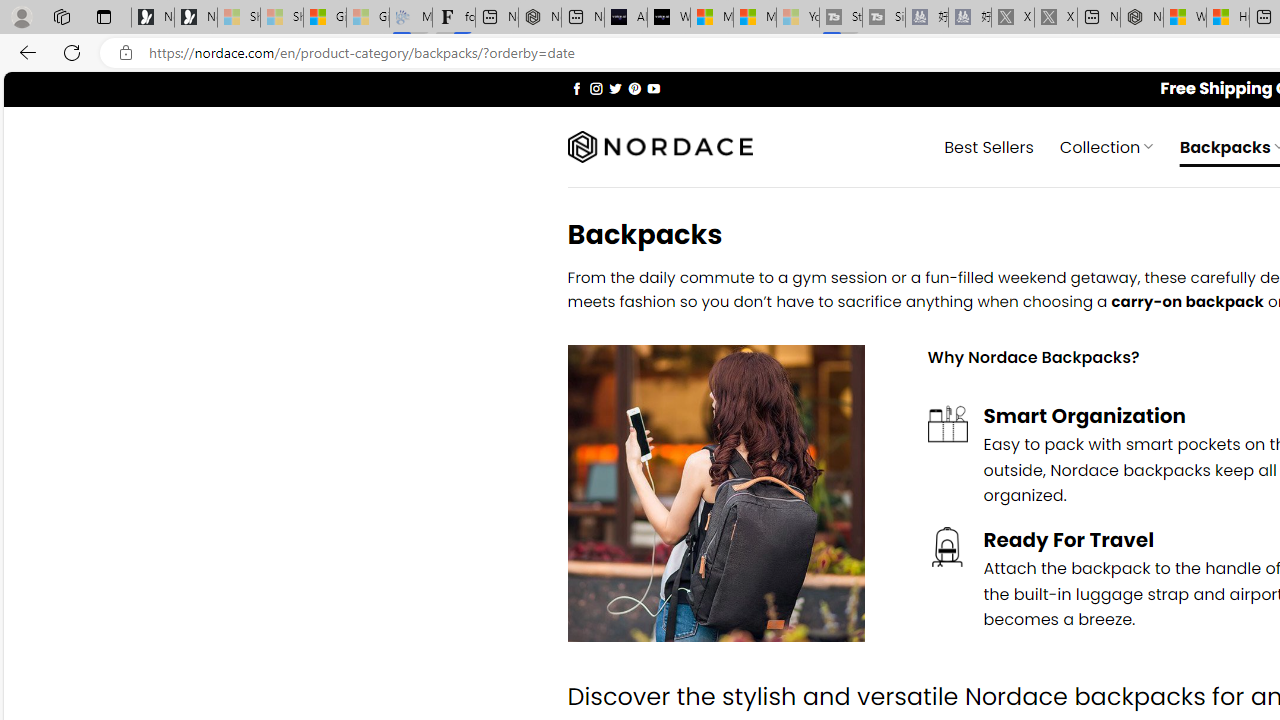  I want to click on 'Microsoft Start Sports', so click(712, 17).